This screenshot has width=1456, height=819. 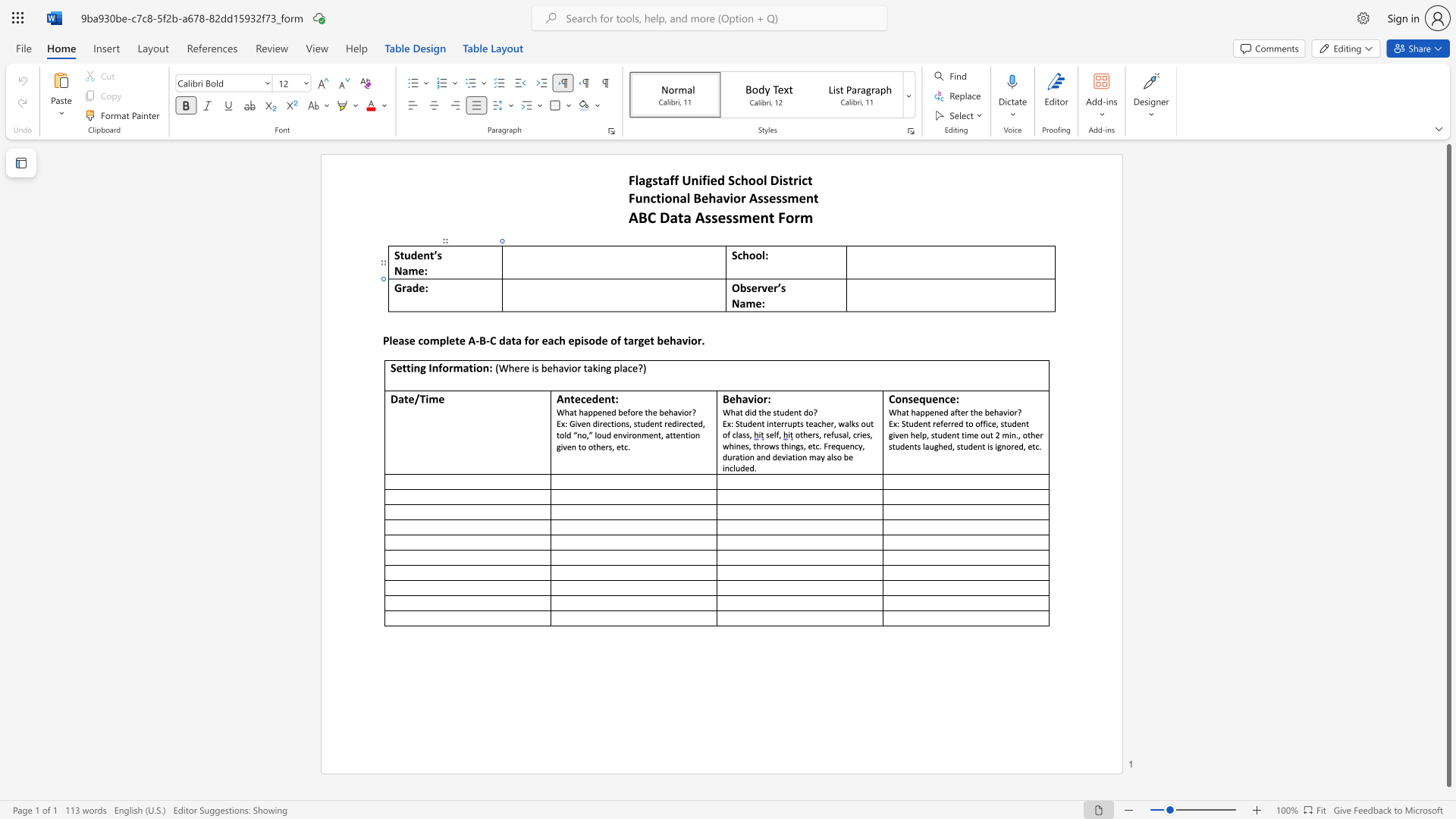 What do you see at coordinates (775, 287) in the screenshot?
I see `the 2th character "r" in the text` at bounding box center [775, 287].